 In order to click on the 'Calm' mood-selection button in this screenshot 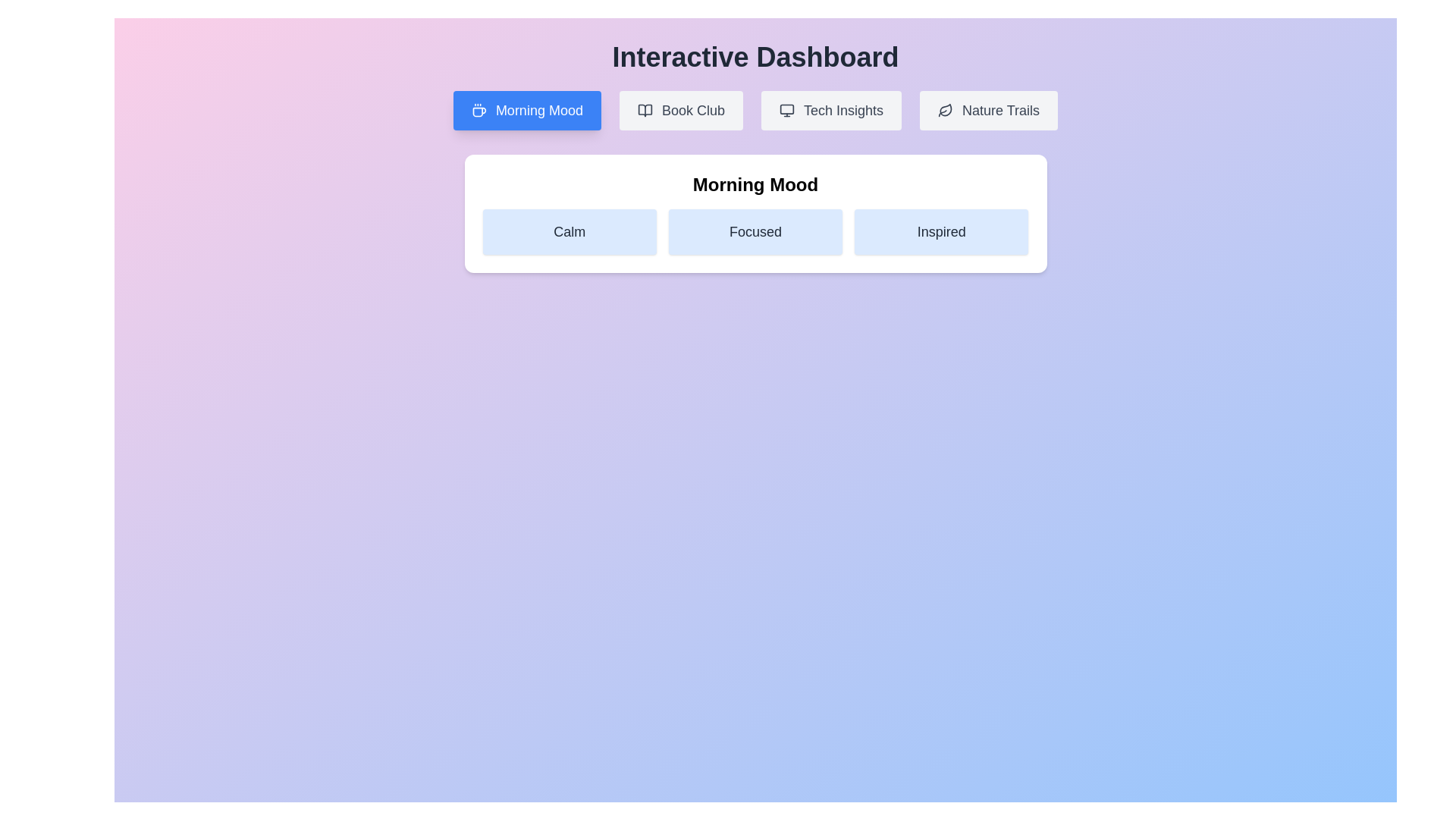, I will do `click(569, 231)`.